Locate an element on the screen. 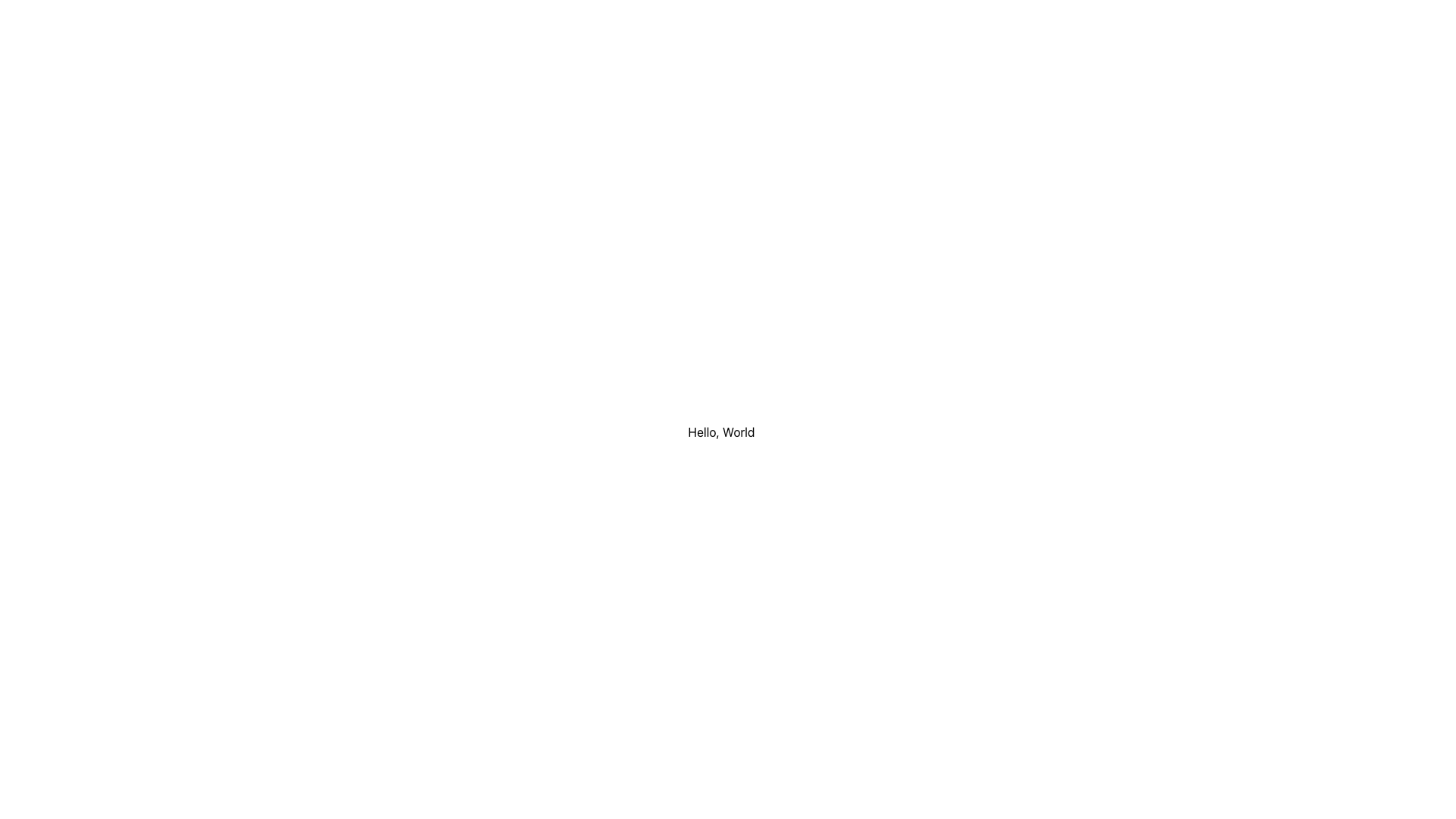  the Text Display element that shows 'Hello, World' in a sans-serif black font on a white background is located at coordinates (720, 432).